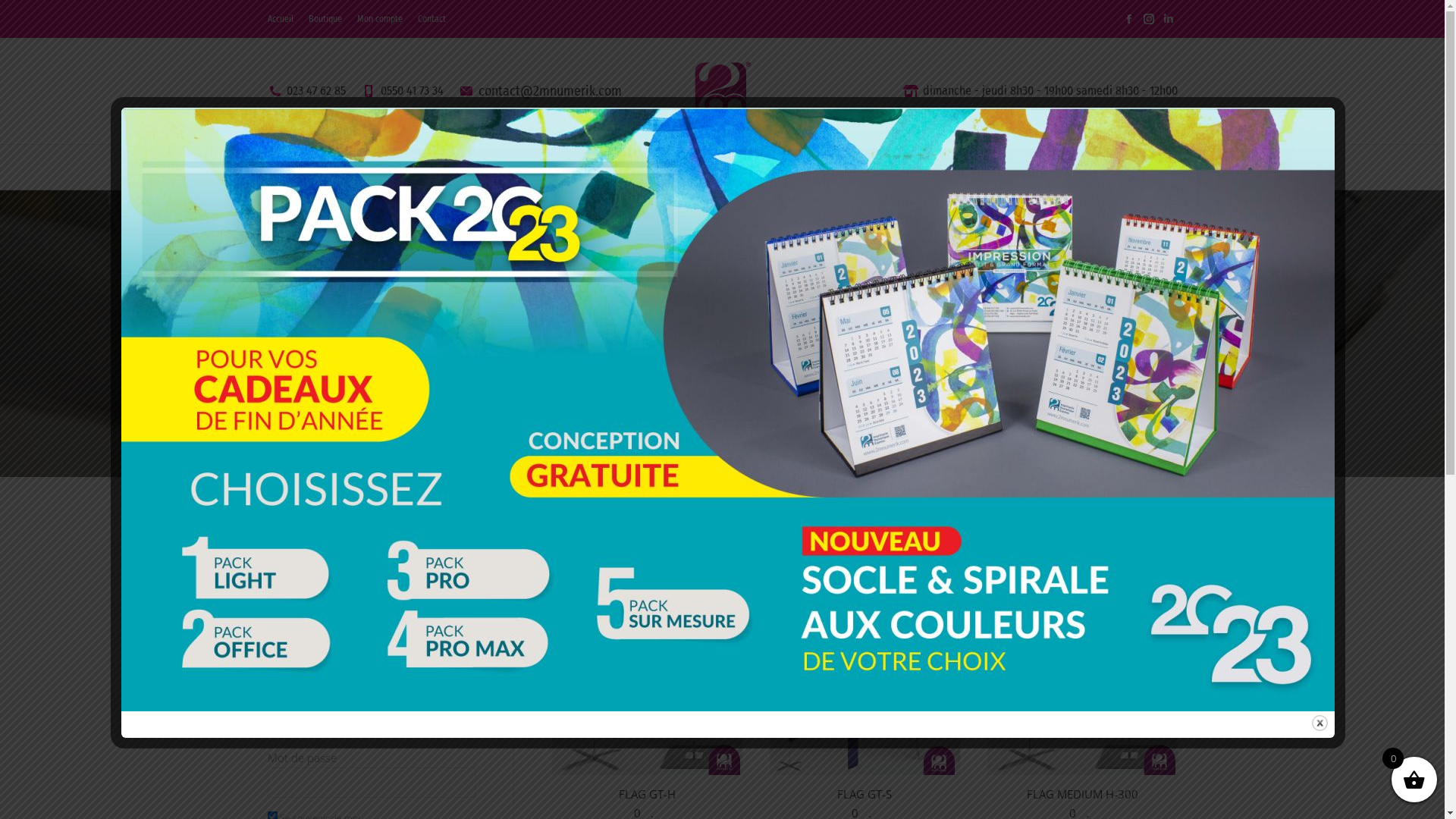  What do you see at coordinates (378, 18) in the screenshot?
I see `'Mon compte'` at bounding box center [378, 18].